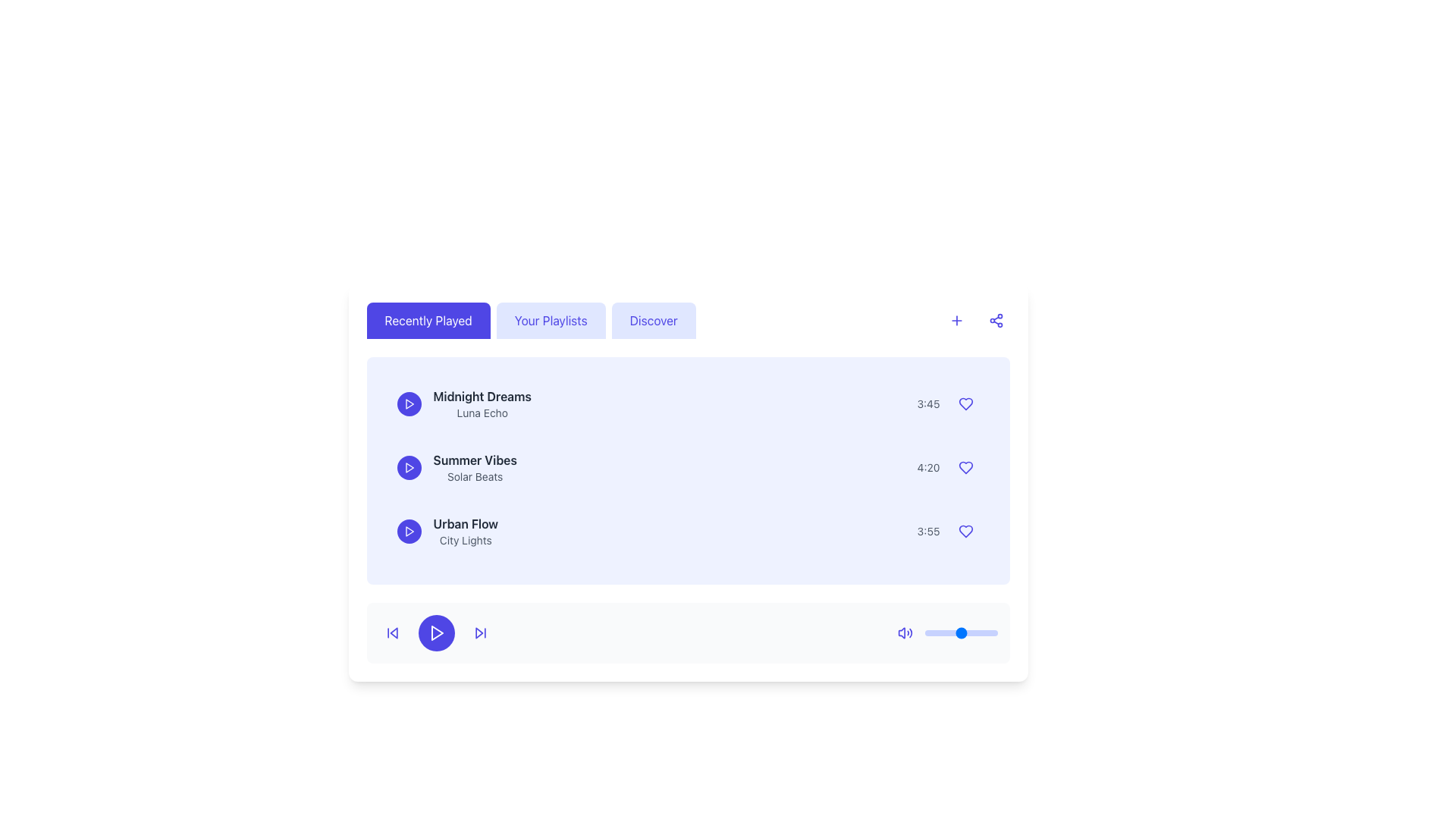  I want to click on the like or favorite button located to the right of the text '3:55' below the track listing 'Urban Flow', so click(965, 531).